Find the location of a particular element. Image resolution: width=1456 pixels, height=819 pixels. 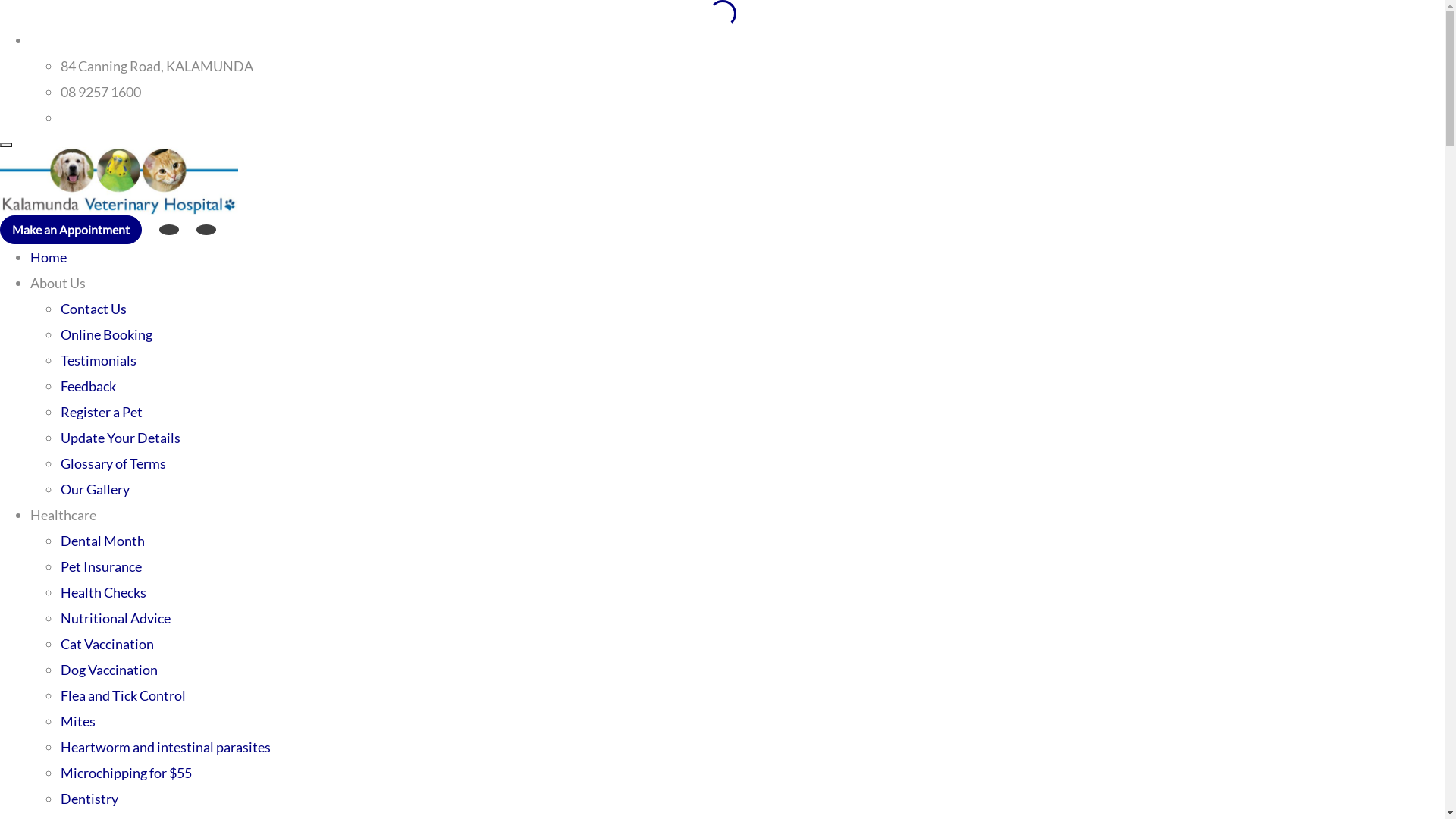

'Register a Pet' is located at coordinates (61, 412).